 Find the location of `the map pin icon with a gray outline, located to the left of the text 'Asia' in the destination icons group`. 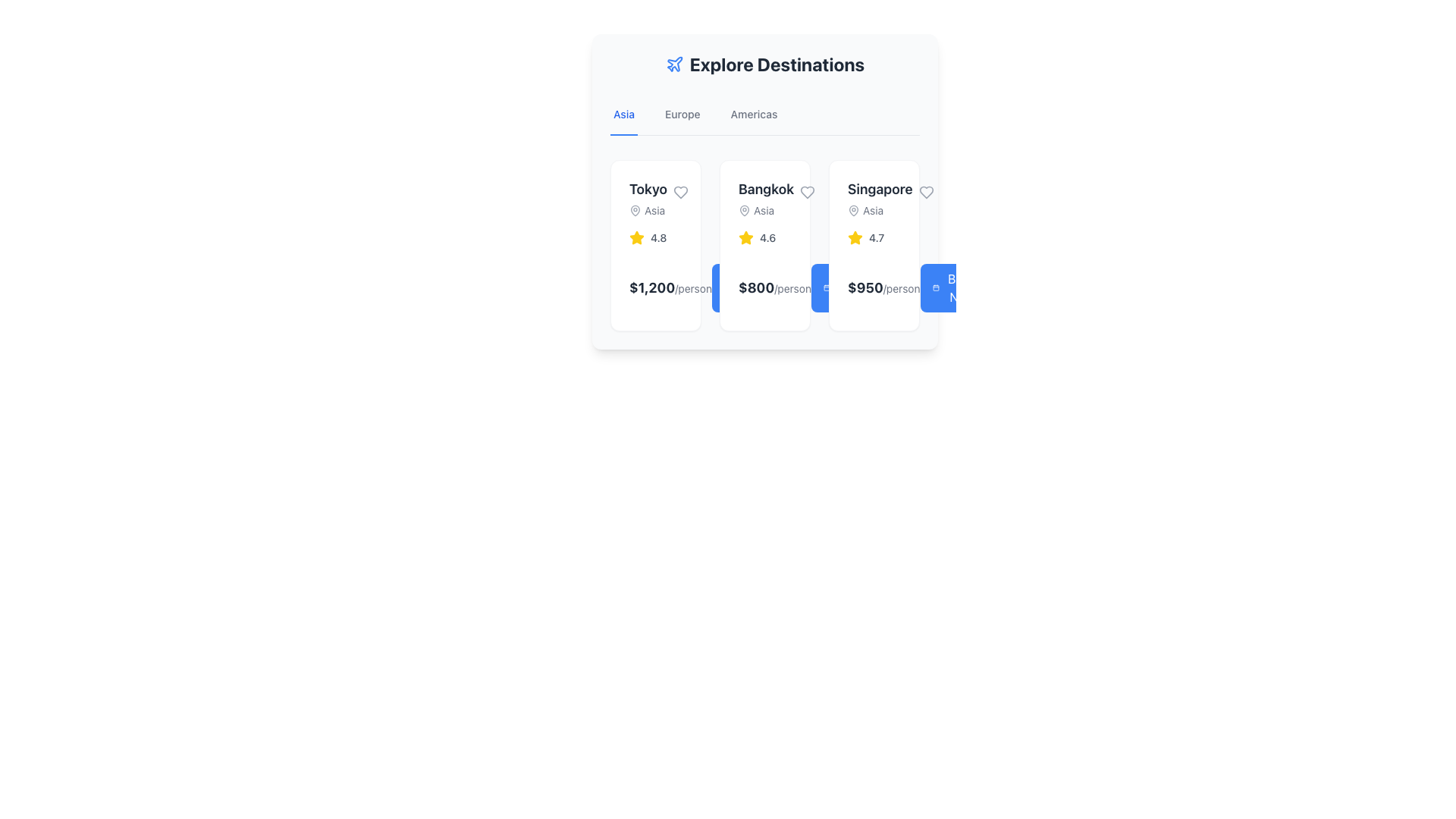

the map pin icon with a gray outline, located to the left of the text 'Asia' in the destination icons group is located at coordinates (854, 210).